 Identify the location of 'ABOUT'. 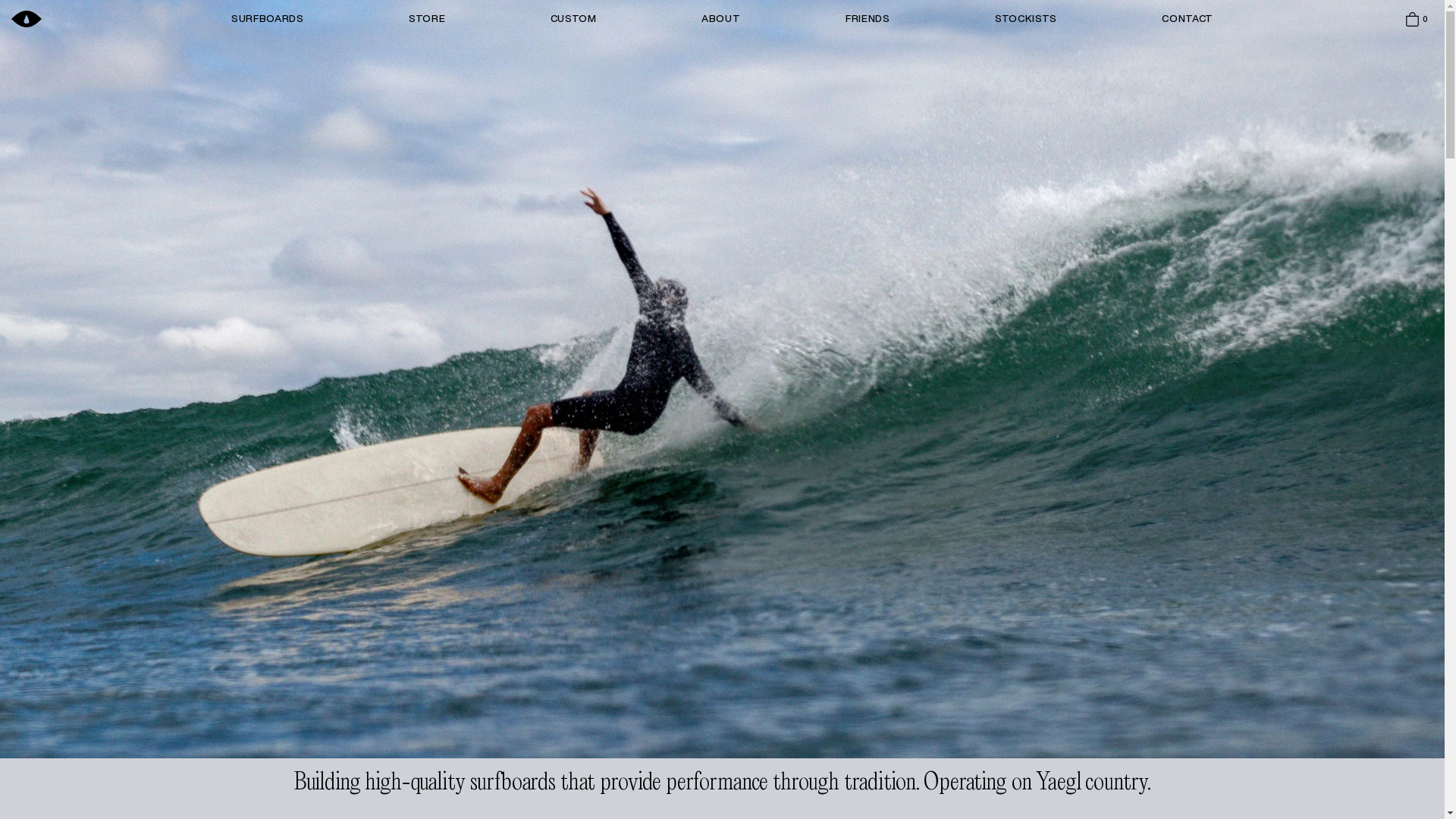
(686, 18).